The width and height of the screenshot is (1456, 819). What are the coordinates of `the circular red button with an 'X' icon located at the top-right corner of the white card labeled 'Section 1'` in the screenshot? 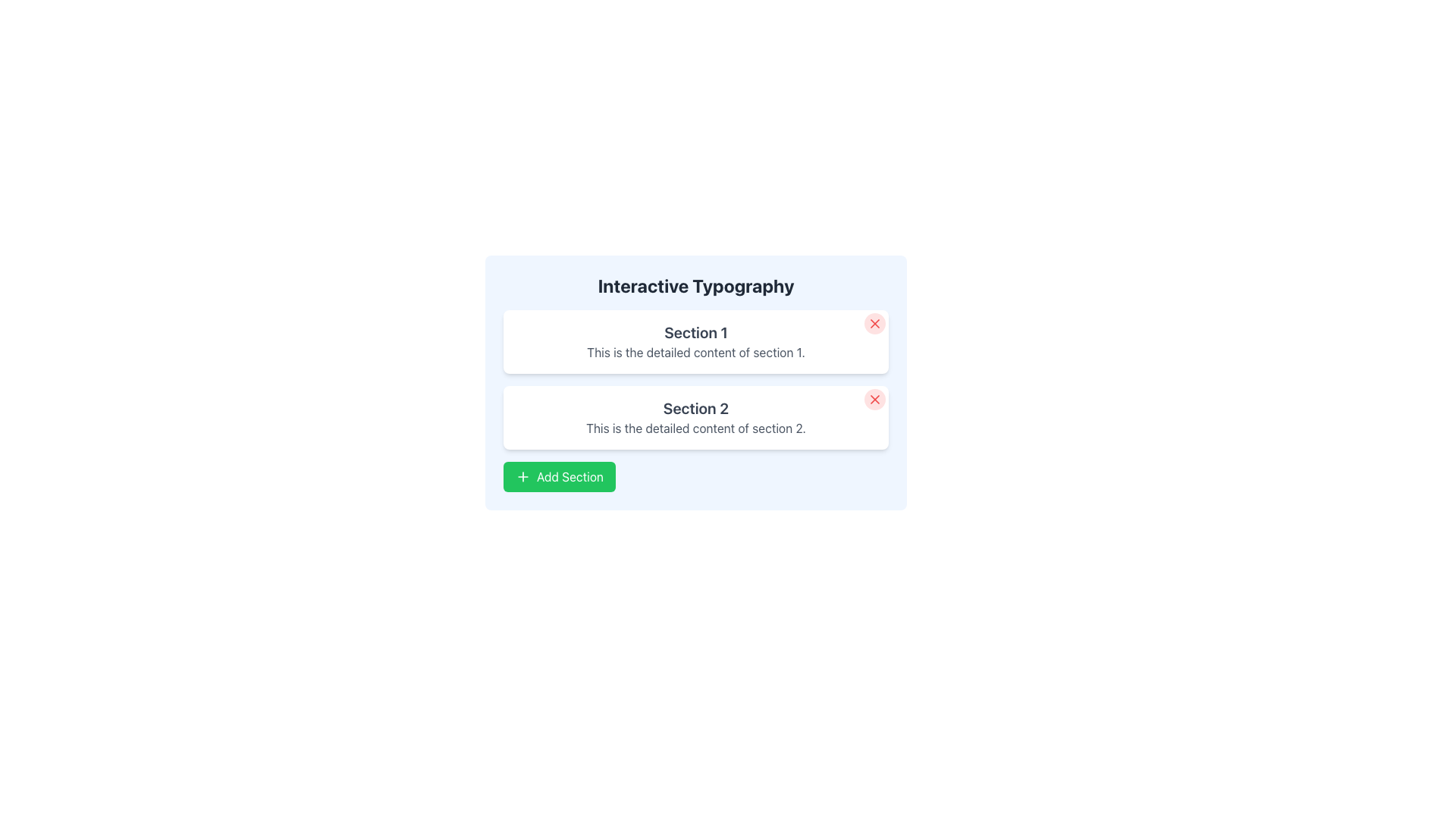 It's located at (874, 323).